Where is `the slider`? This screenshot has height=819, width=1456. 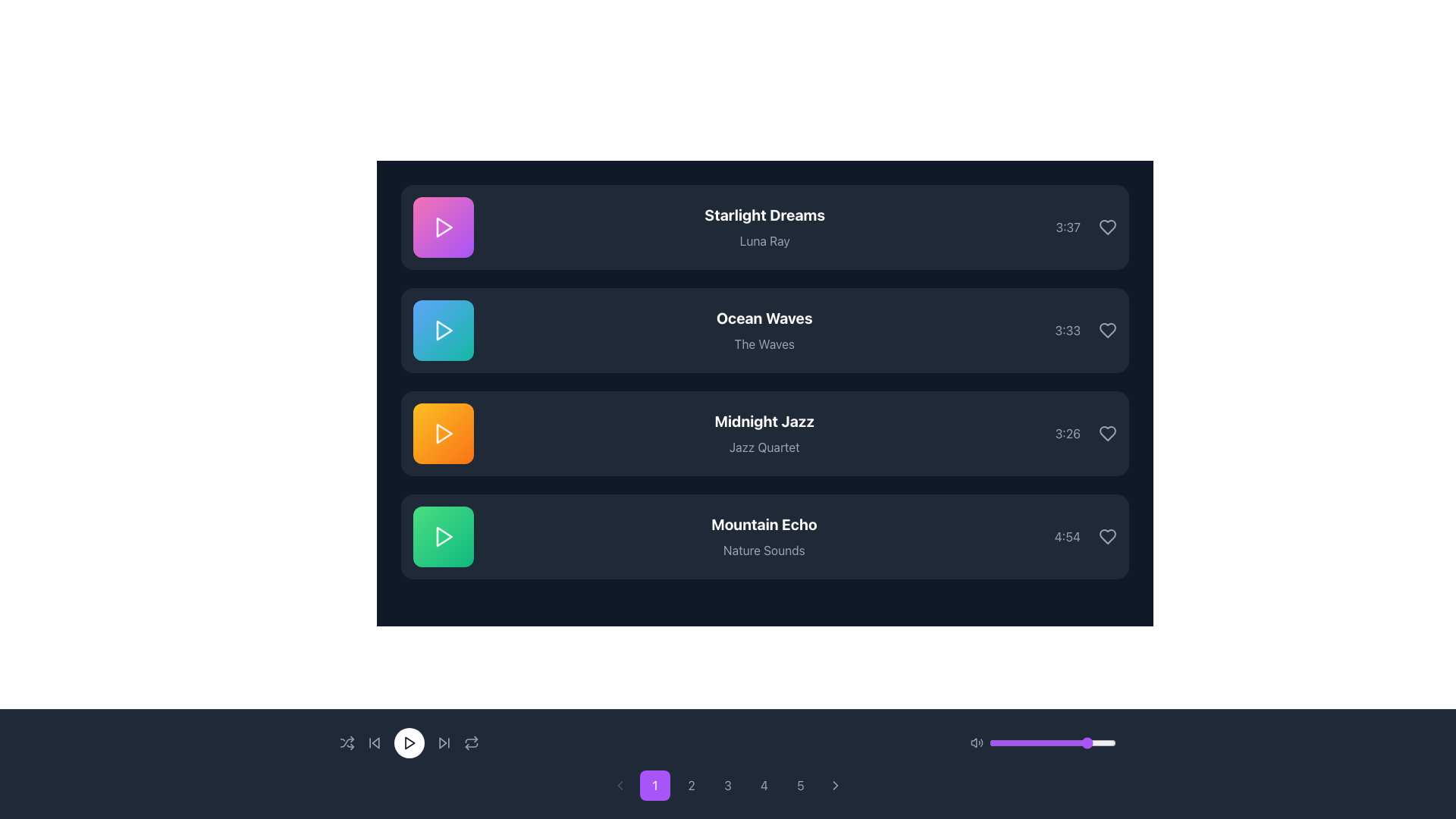
the slider is located at coordinates (1065, 742).